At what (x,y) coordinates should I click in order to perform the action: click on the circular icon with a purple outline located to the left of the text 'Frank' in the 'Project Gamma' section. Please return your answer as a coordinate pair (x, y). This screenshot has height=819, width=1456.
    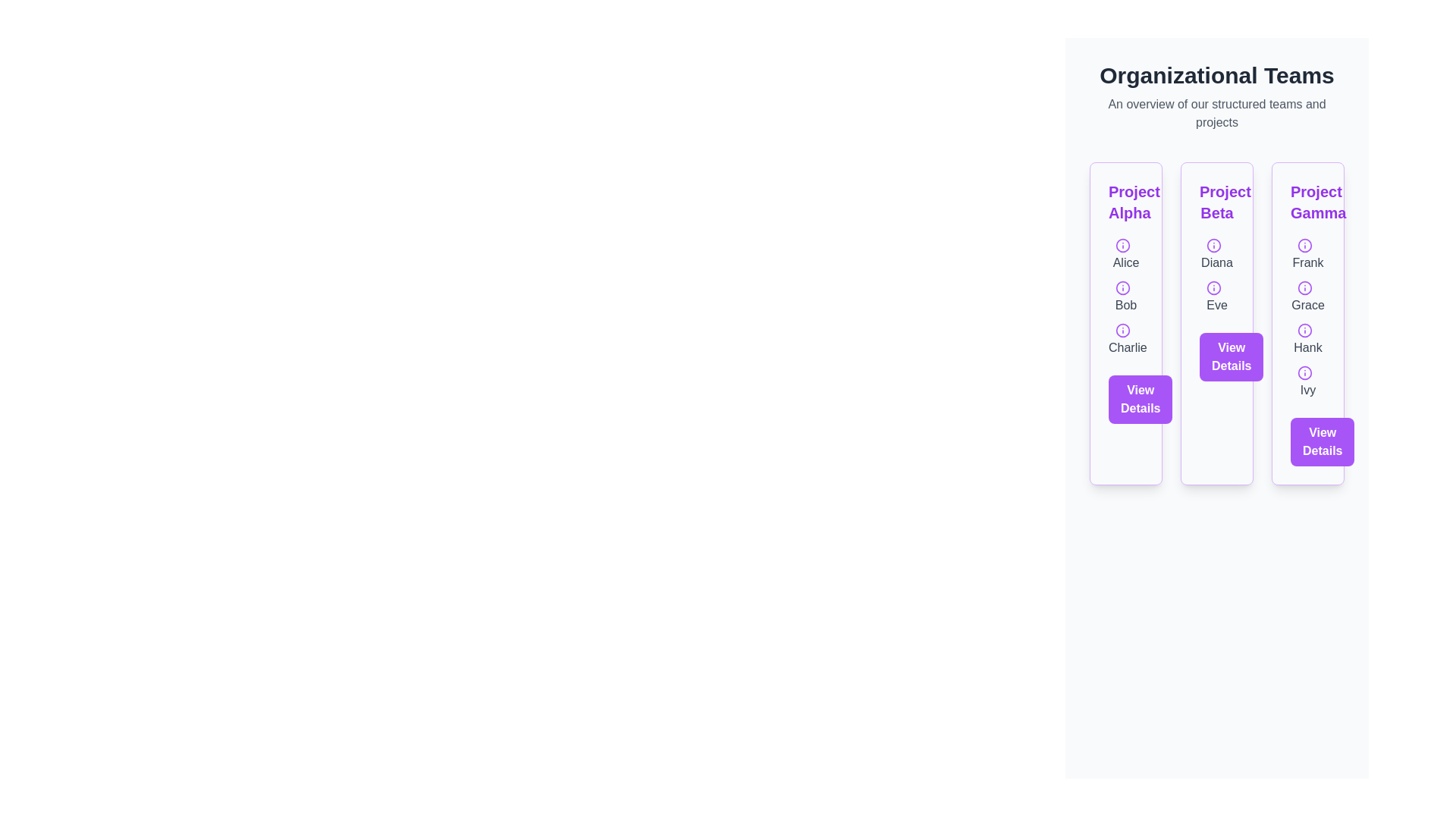
    Looking at the image, I should click on (1304, 244).